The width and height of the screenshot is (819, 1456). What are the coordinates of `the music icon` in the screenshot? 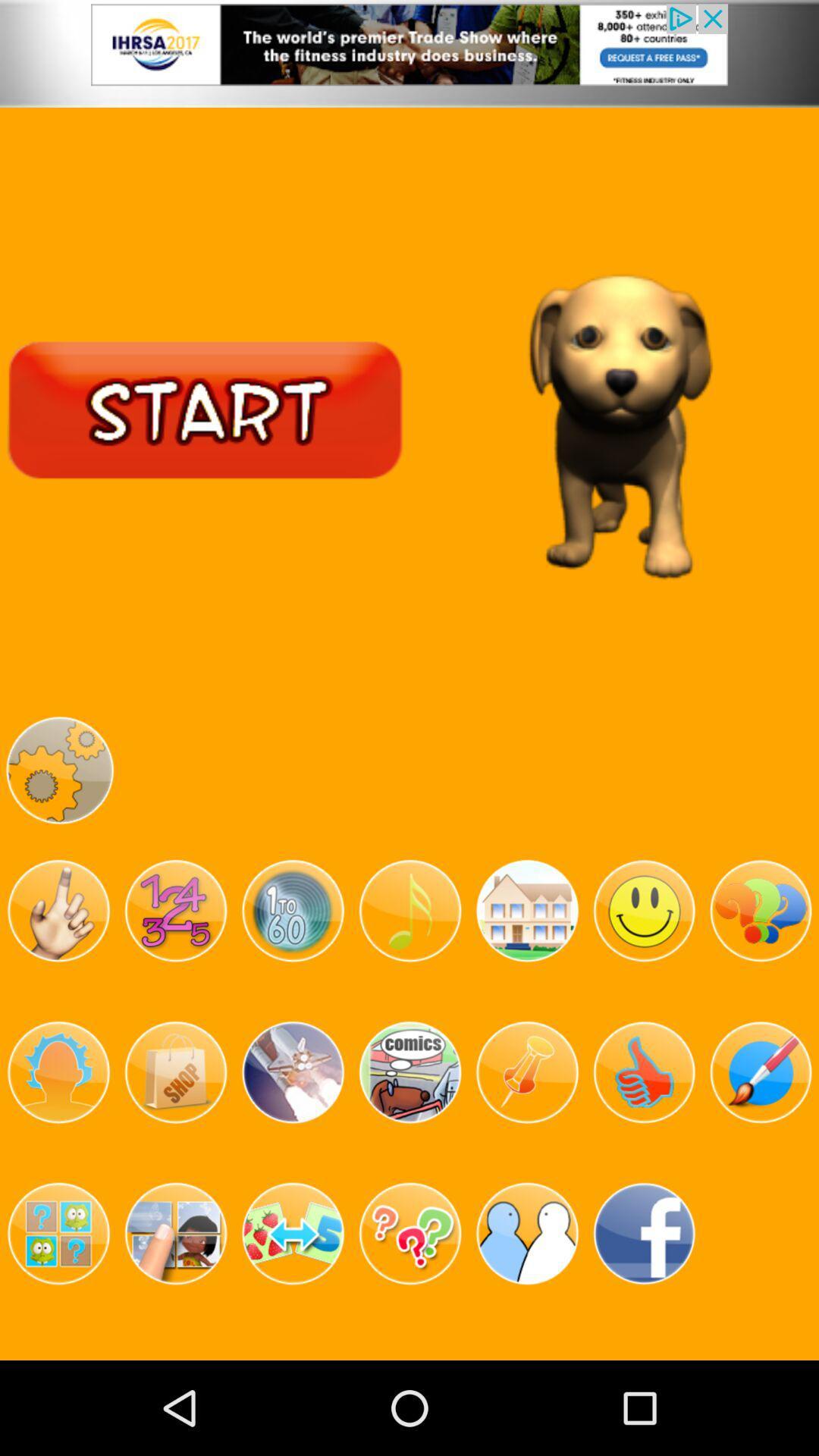 It's located at (409, 974).